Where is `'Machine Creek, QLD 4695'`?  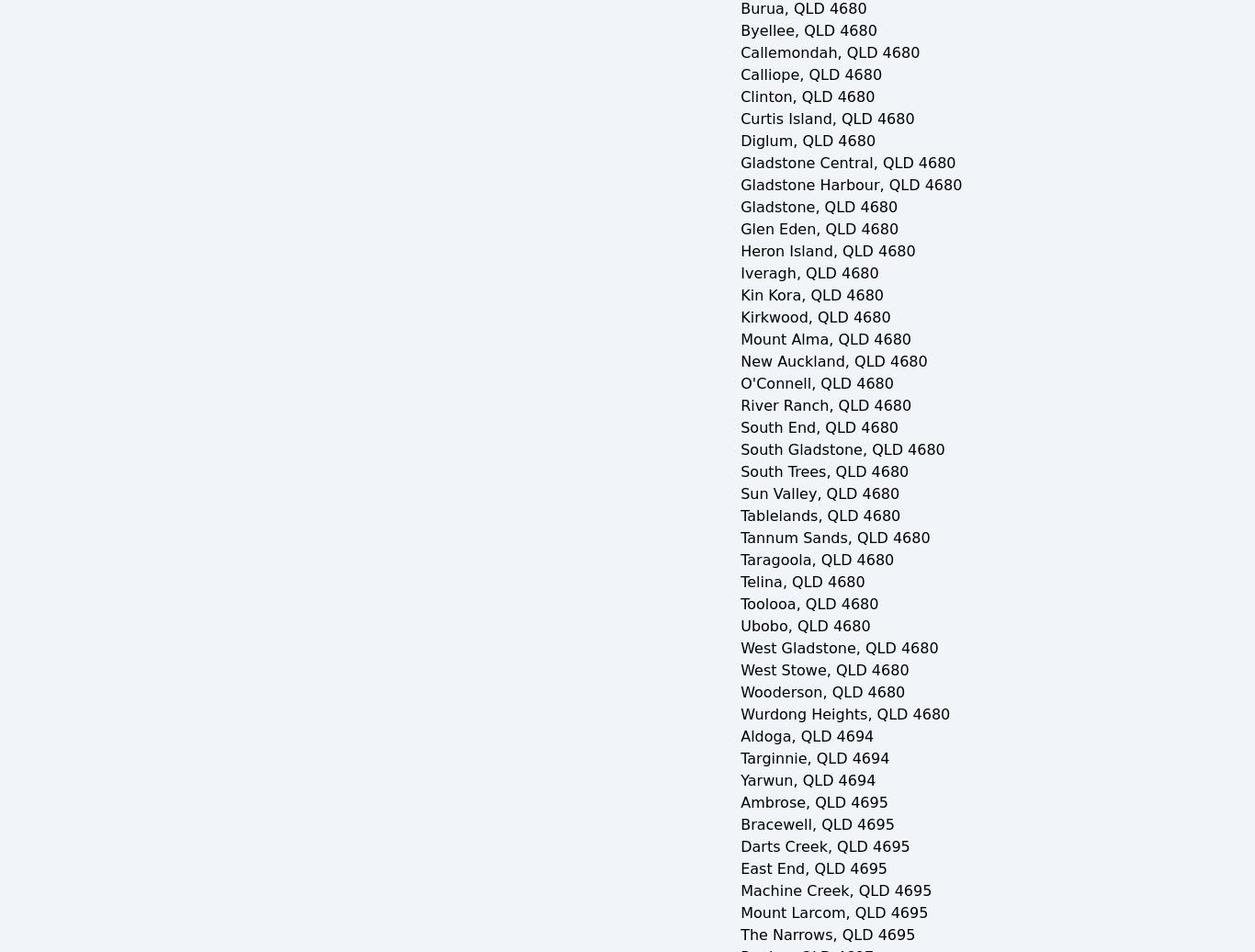 'Machine Creek, QLD 4695' is located at coordinates (835, 890).